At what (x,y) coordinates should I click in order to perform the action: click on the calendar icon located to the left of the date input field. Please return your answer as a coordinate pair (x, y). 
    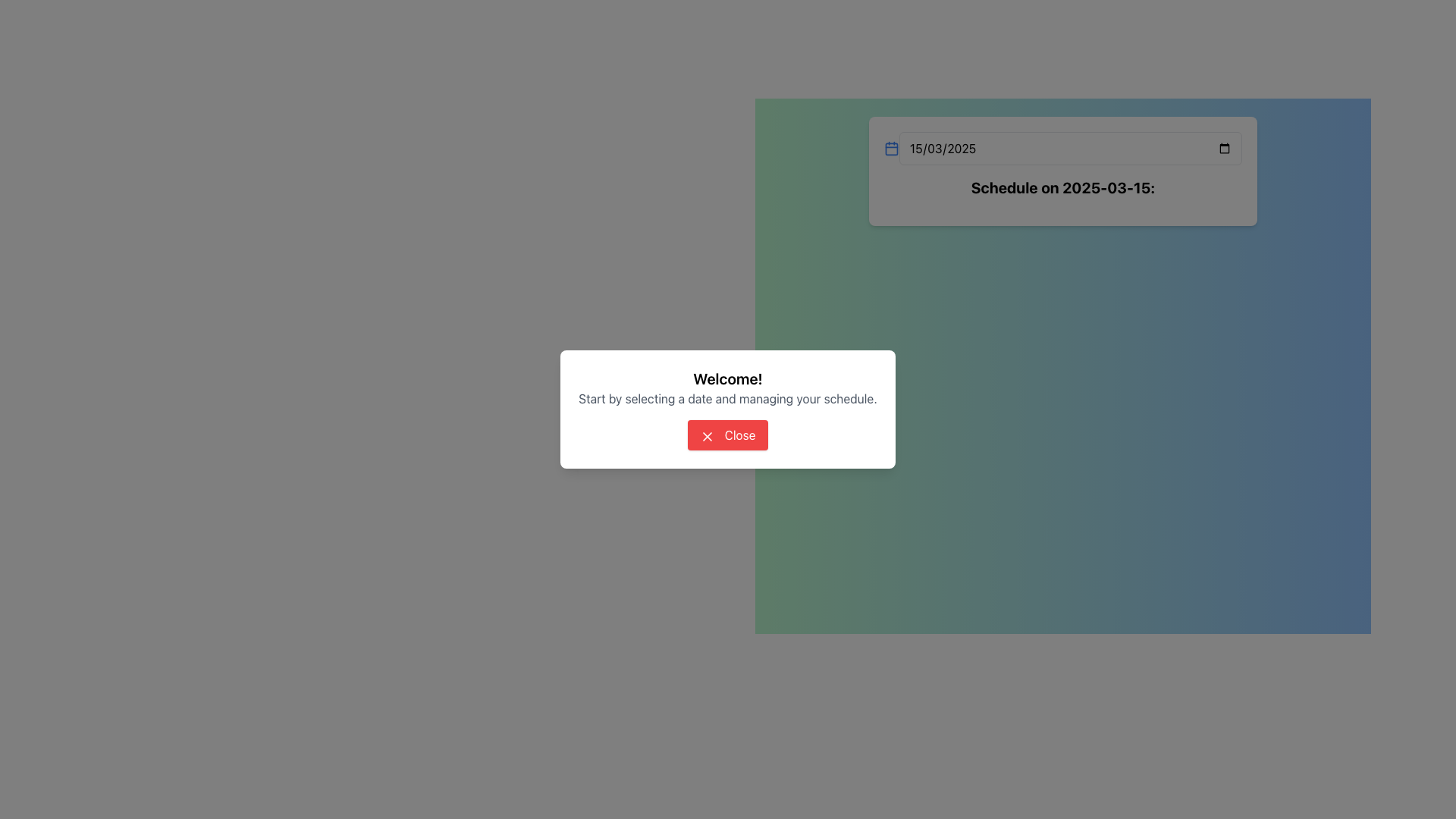
    Looking at the image, I should click on (892, 149).